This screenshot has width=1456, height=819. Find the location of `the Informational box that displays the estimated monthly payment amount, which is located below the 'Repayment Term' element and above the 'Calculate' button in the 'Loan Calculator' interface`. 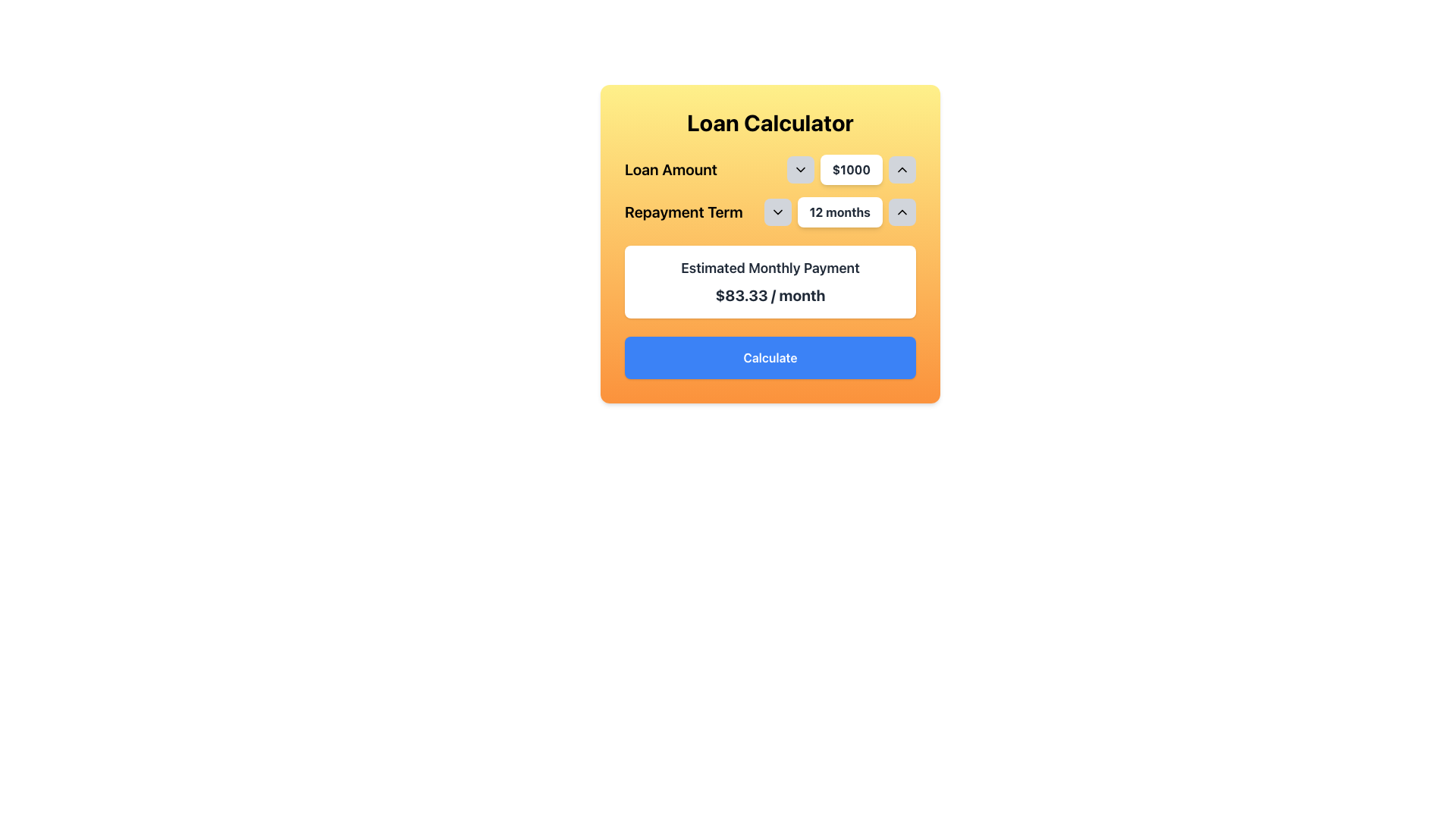

the Informational box that displays the estimated monthly payment amount, which is located below the 'Repayment Term' element and above the 'Calculate' button in the 'Loan Calculator' interface is located at coordinates (770, 281).